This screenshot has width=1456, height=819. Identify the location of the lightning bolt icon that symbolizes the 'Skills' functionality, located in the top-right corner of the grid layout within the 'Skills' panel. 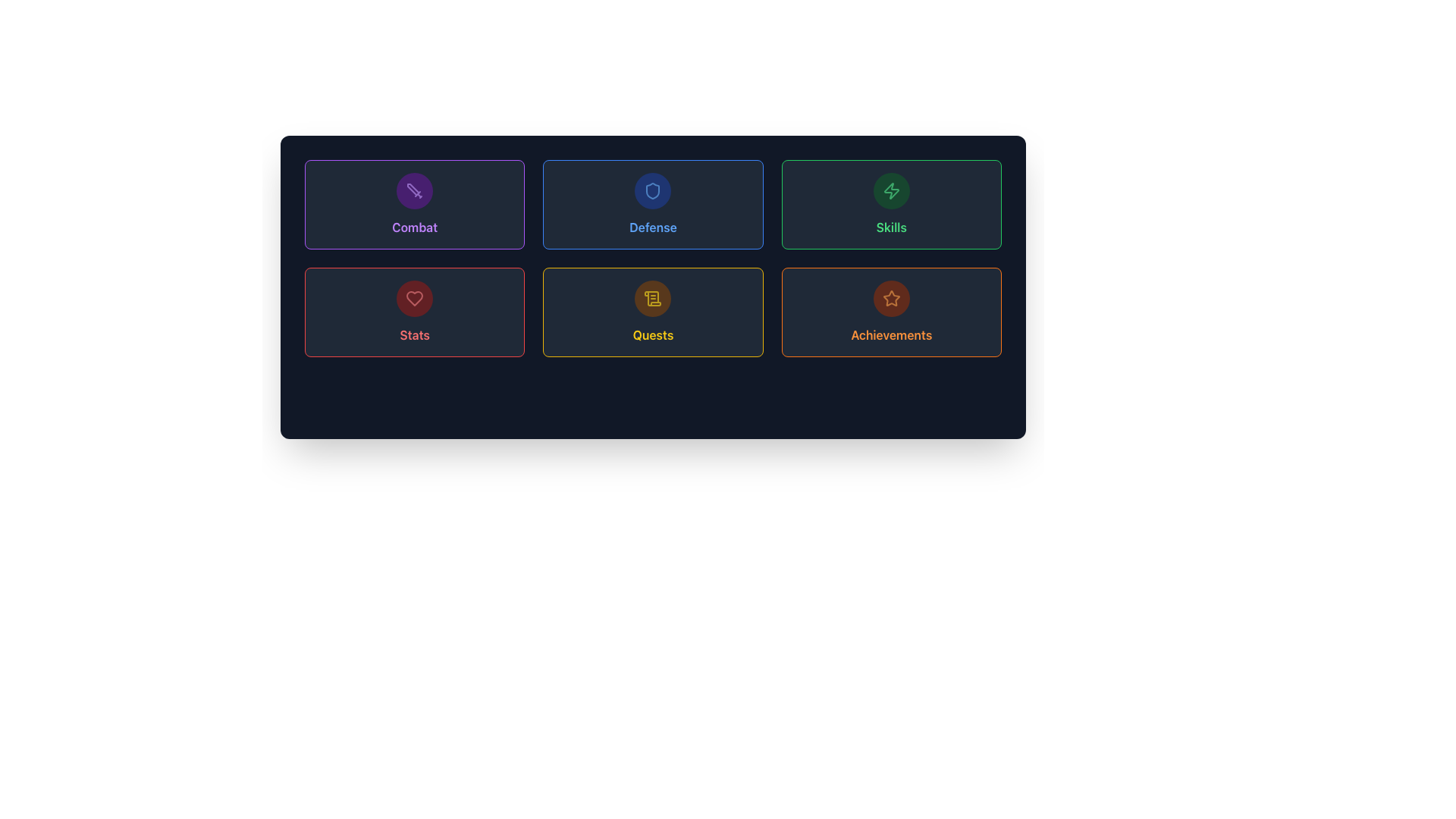
(891, 190).